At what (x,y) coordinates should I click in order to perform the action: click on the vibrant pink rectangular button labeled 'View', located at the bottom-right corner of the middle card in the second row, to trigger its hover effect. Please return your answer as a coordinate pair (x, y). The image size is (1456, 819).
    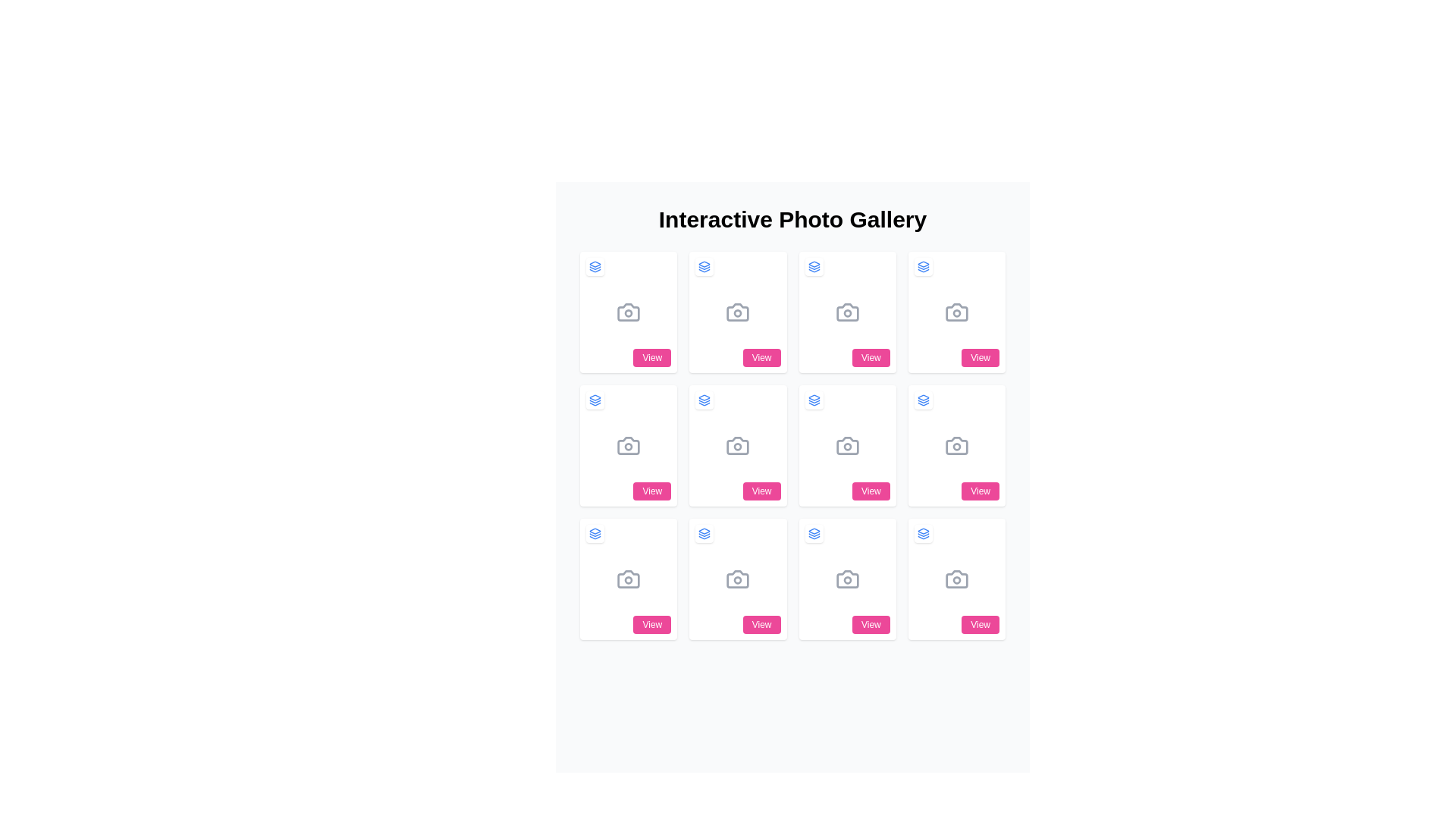
    Looking at the image, I should click on (761, 491).